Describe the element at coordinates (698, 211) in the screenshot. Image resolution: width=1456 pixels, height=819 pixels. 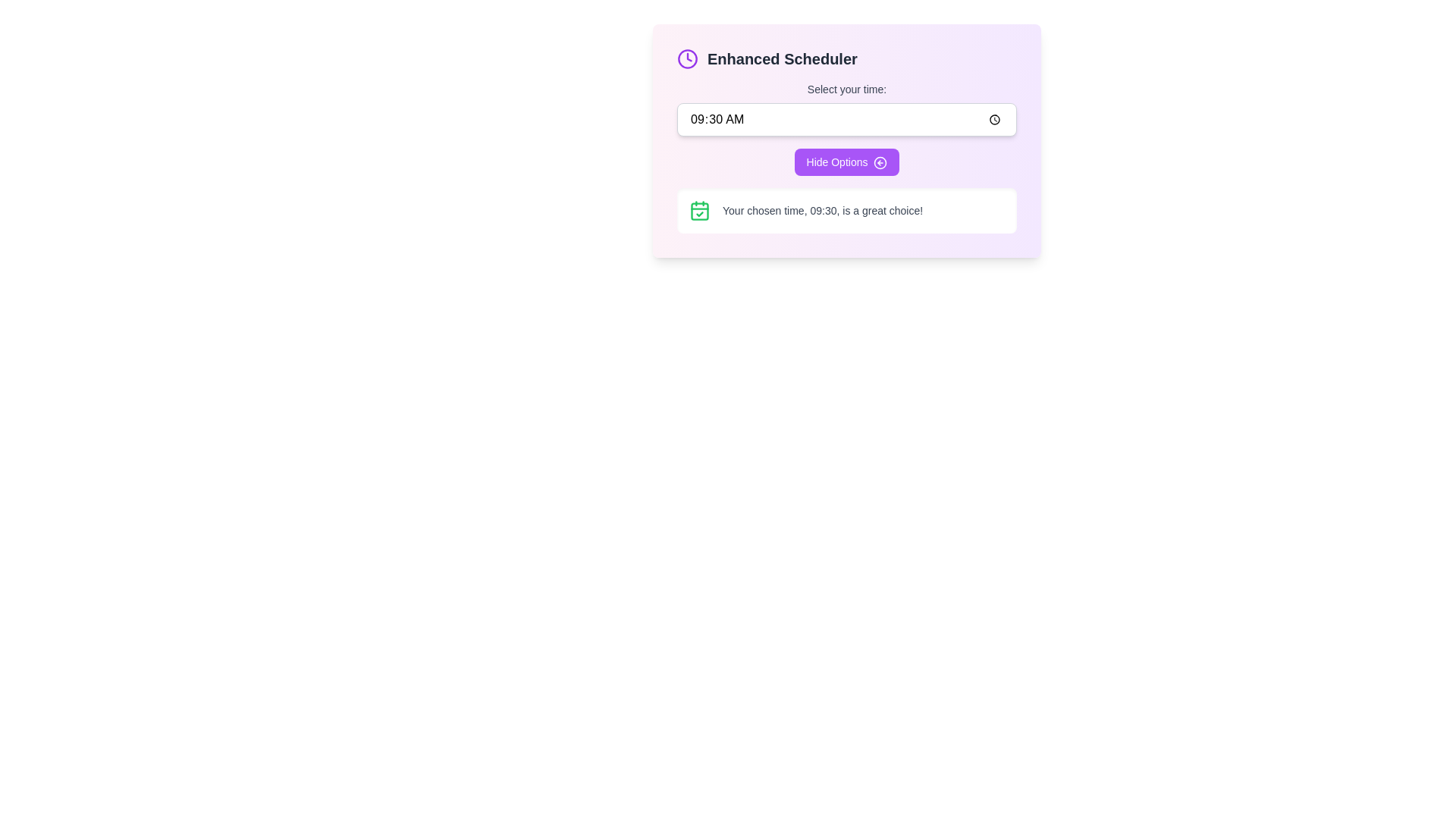
I see `the calendar icon with a check mark, which indicates a scheduled or selected date, located to the left of a text caption` at that location.